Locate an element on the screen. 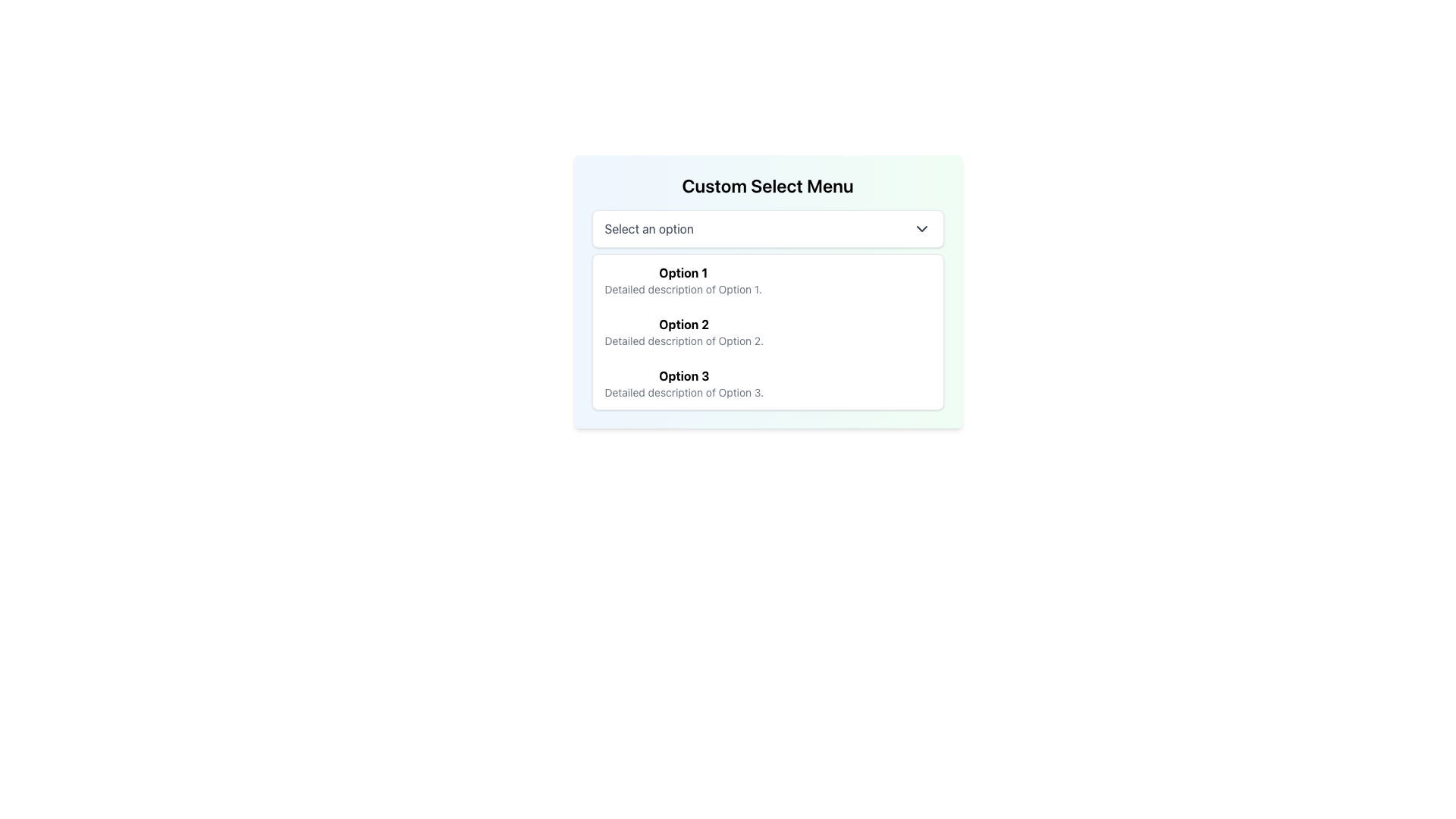 Image resolution: width=1456 pixels, height=819 pixels. the Menu Option labeled 'Option 3' in the dropdown menu under 'Custom Select Menu' is located at coordinates (683, 382).